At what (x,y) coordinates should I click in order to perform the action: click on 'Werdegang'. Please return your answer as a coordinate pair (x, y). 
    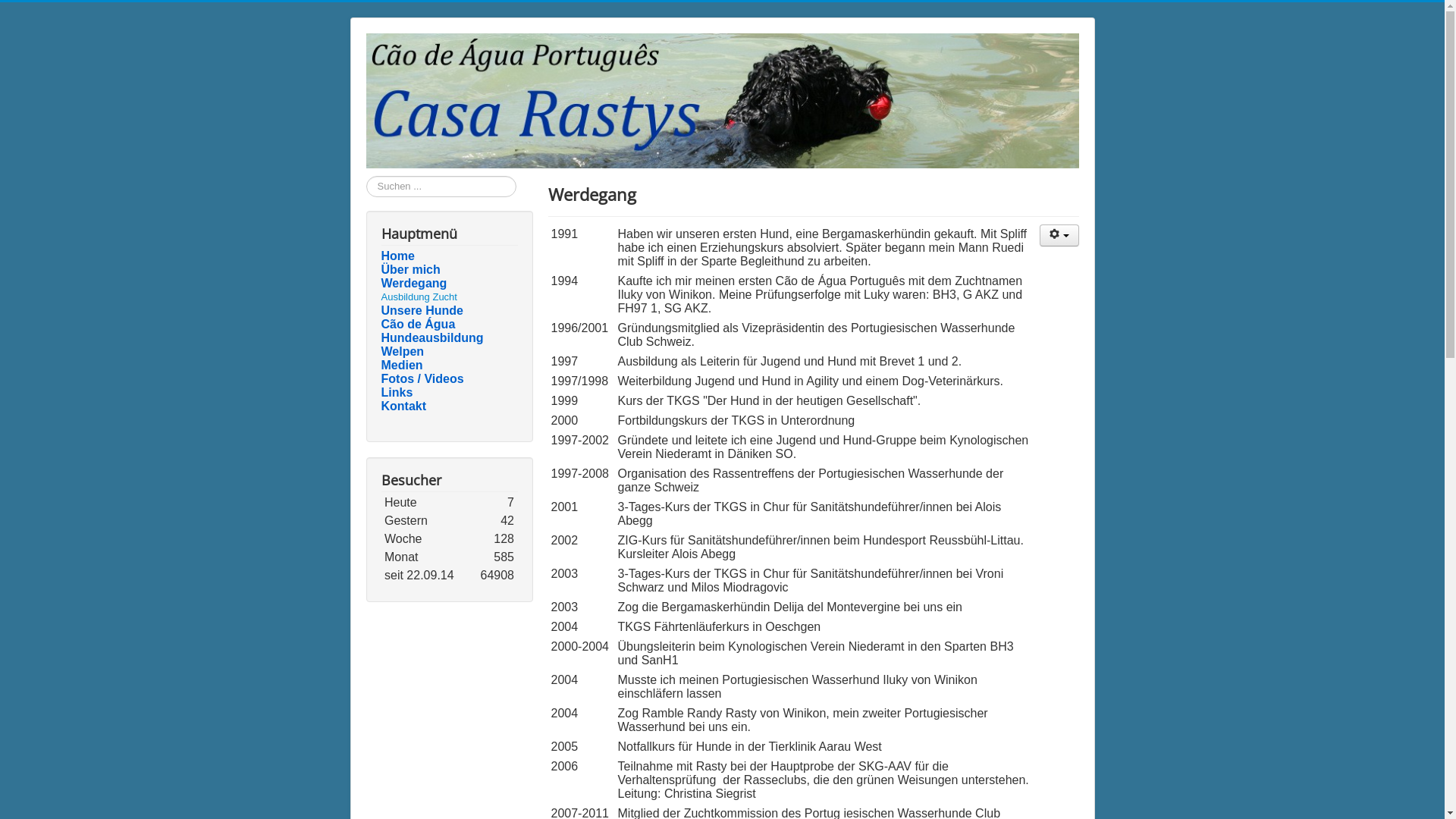
    Looking at the image, I should click on (447, 284).